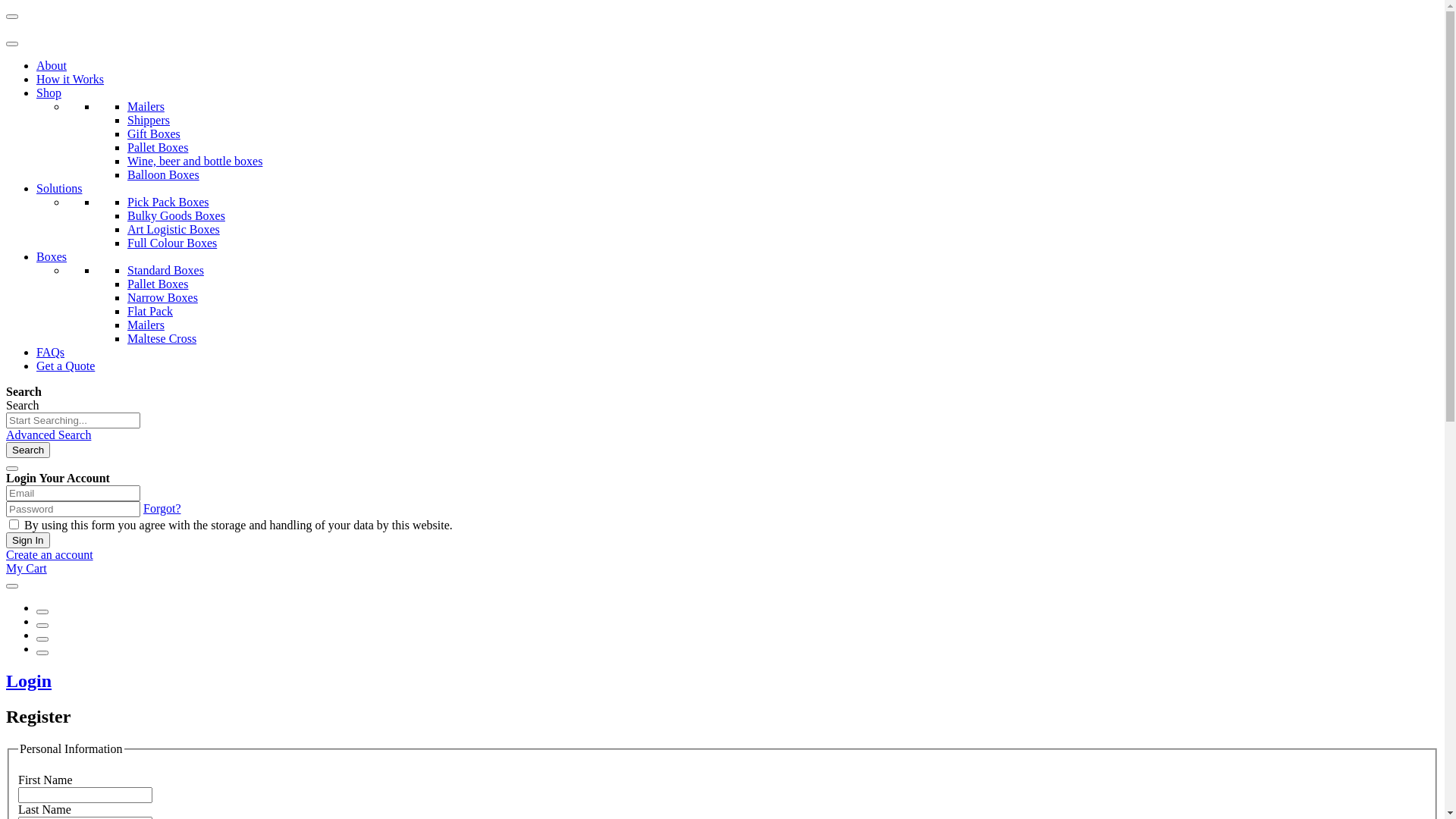 Image resolution: width=1456 pixels, height=819 pixels. I want to click on 'Maltese Cross', so click(127, 337).